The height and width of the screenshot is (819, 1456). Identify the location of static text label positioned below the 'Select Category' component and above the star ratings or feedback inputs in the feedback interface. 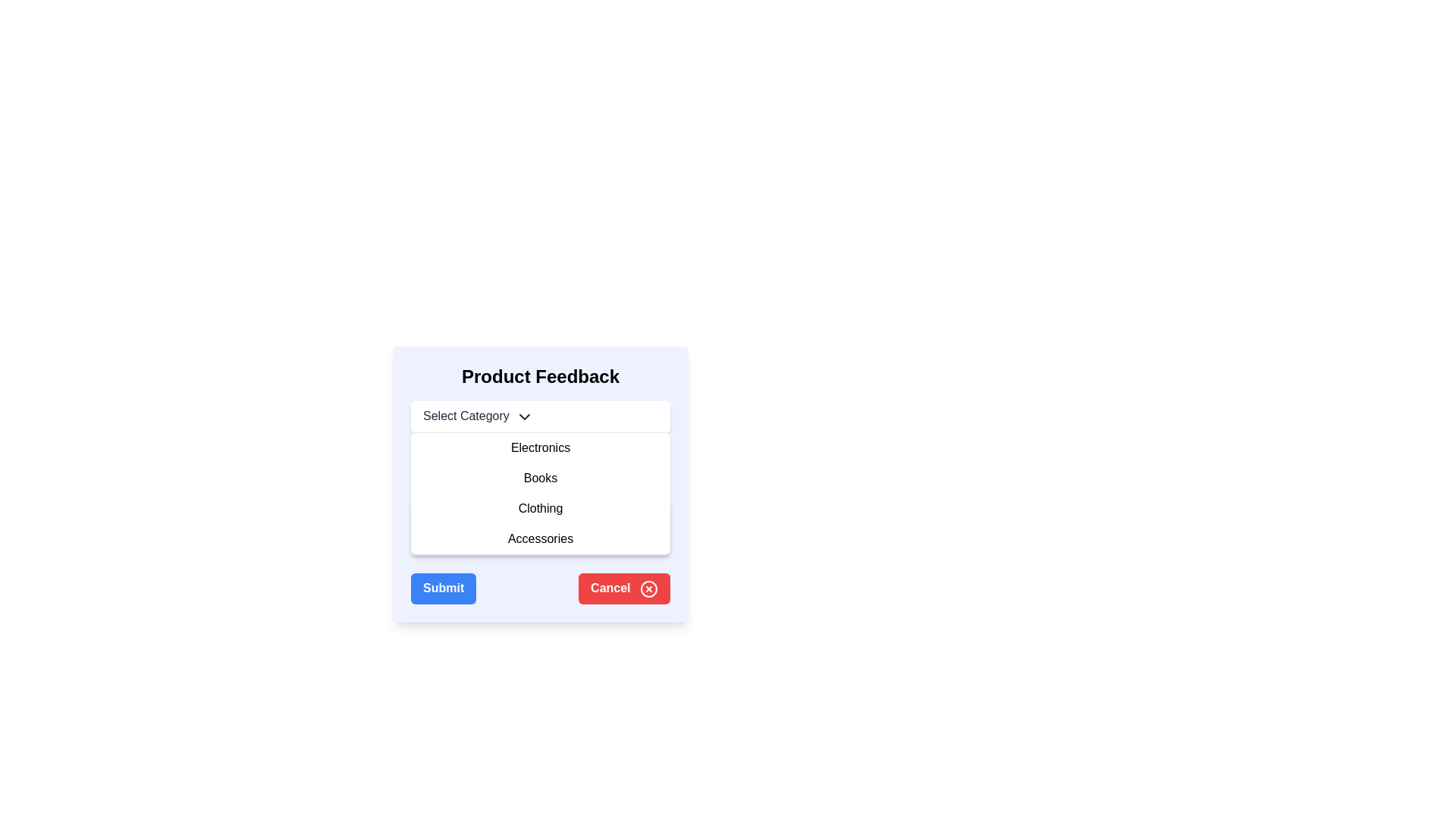
(541, 454).